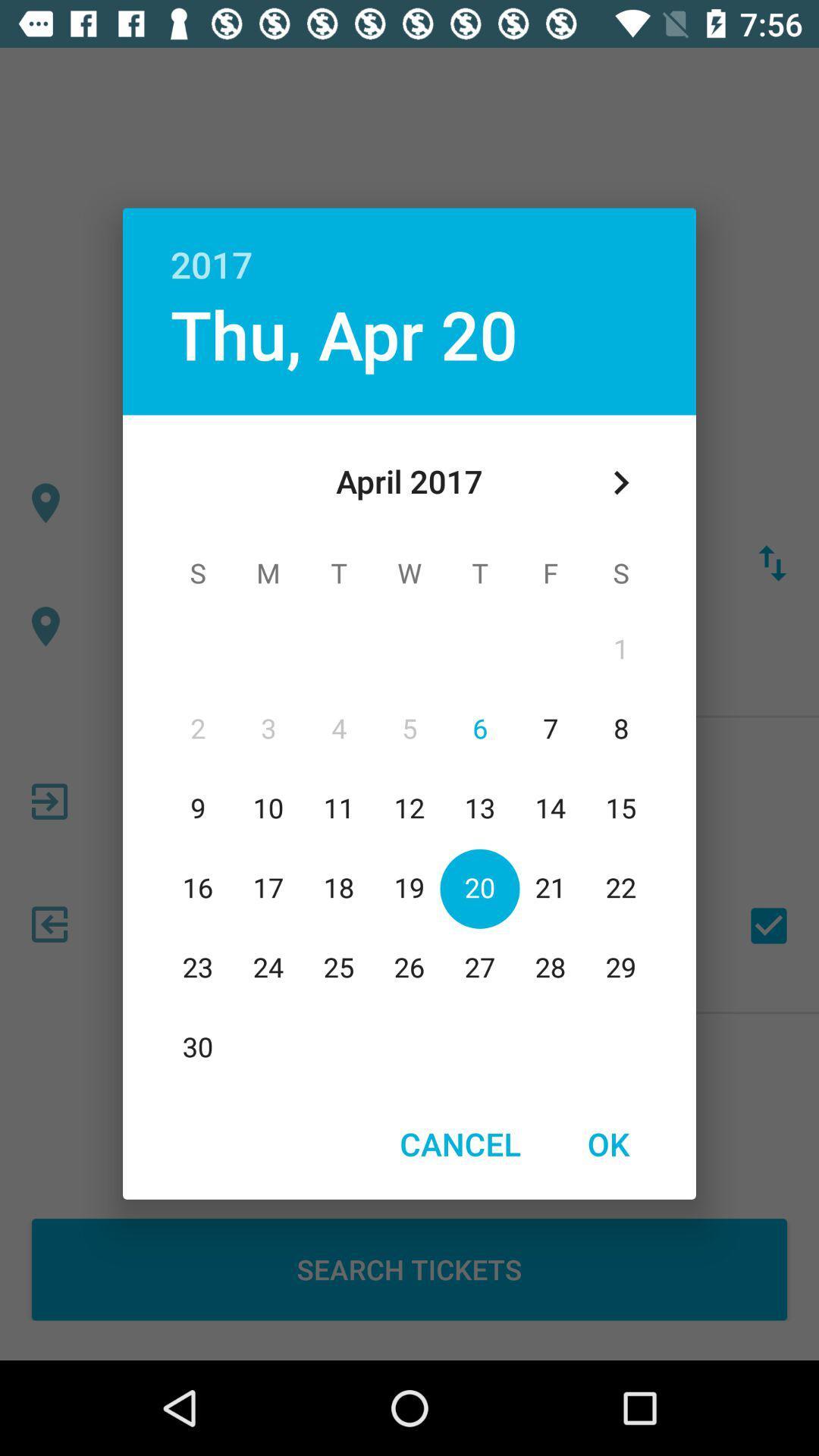 The height and width of the screenshot is (1456, 819). What do you see at coordinates (607, 1144) in the screenshot?
I see `icon at the bottom right corner` at bounding box center [607, 1144].